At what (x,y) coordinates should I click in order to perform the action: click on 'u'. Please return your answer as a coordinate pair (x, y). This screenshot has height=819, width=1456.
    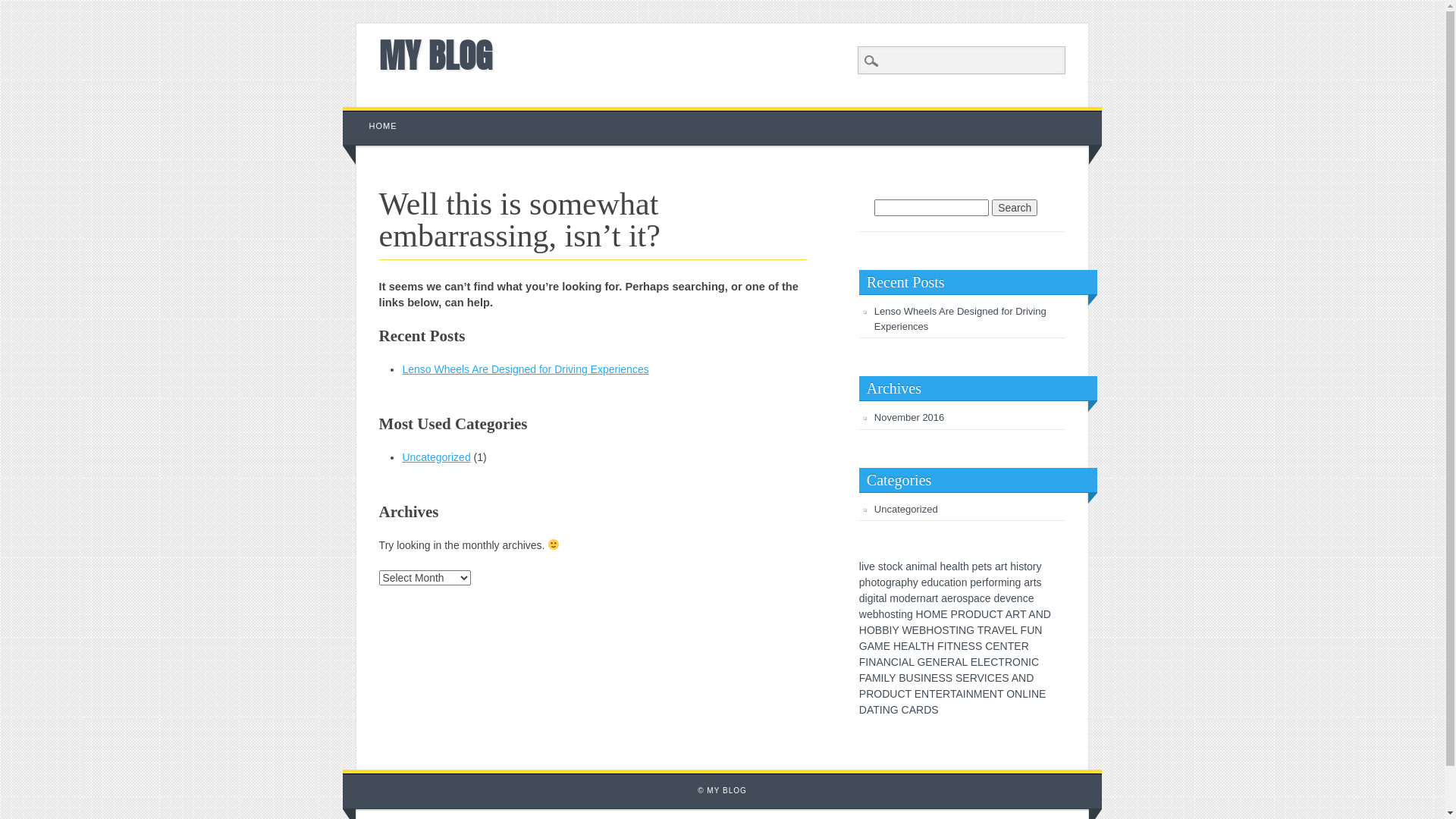
    Looking at the image, I should click on (934, 581).